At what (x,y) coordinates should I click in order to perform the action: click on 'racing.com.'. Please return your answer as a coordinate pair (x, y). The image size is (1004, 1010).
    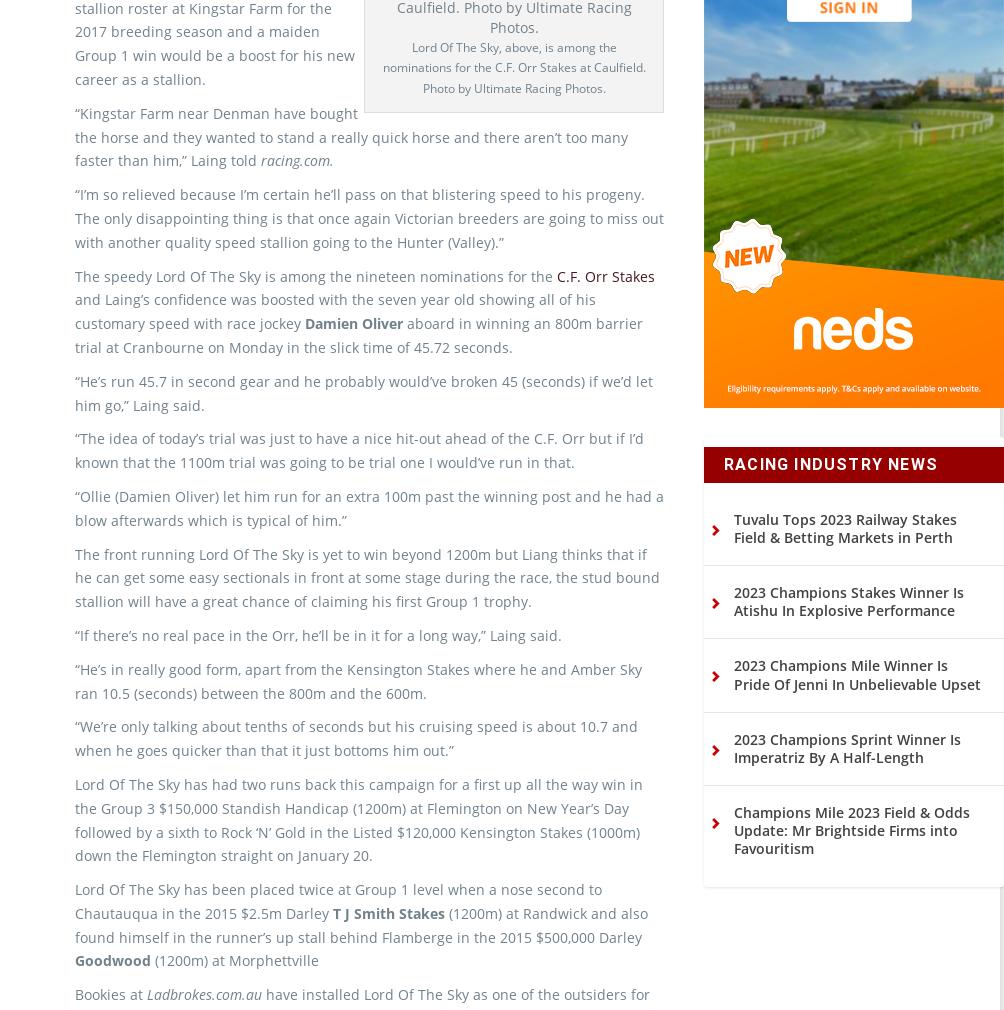
    Looking at the image, I should click on (261, 193).